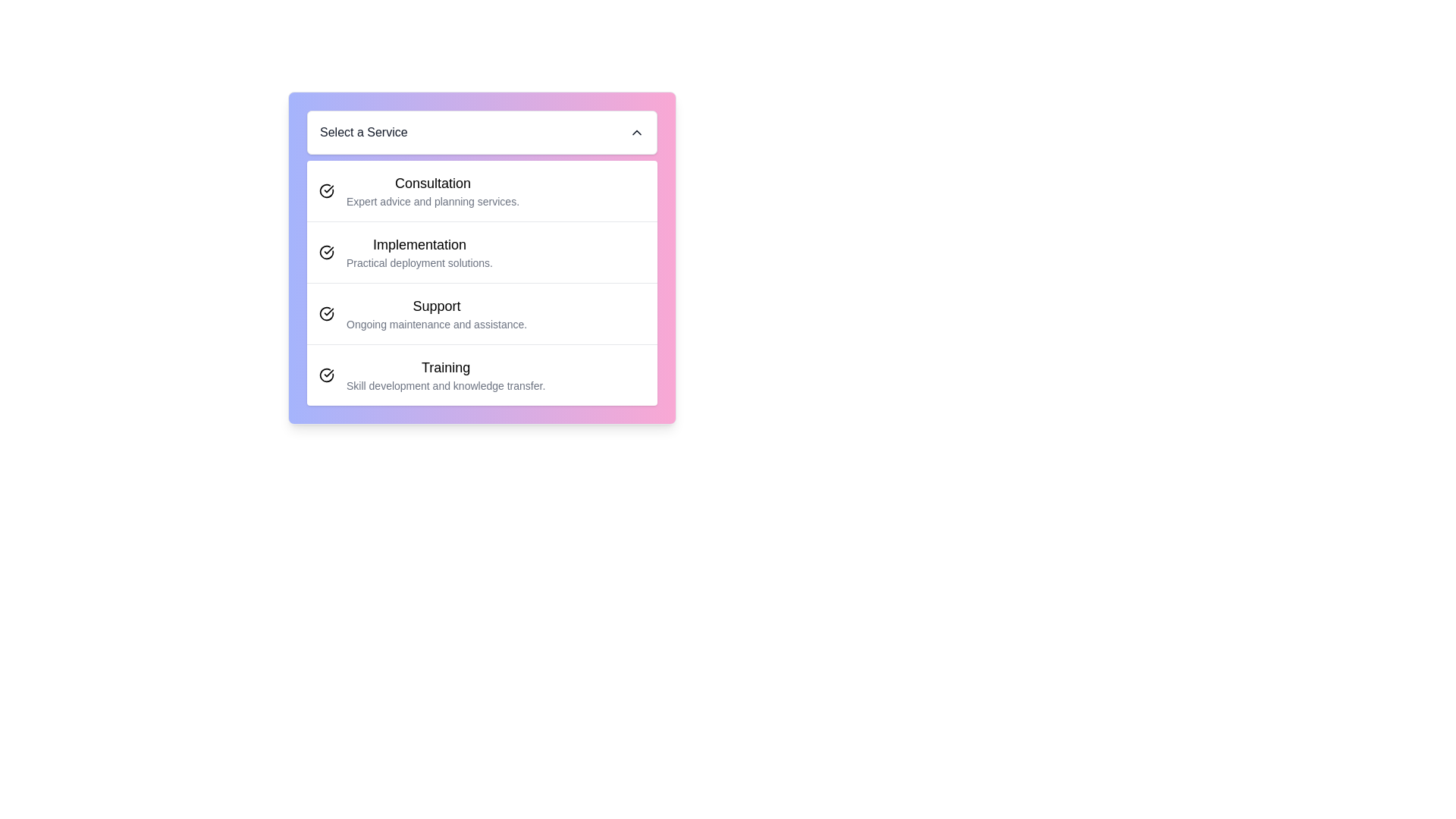  Describe the element at coordinates (326, 251) in the screenshot. I see `the selection indication by clicking on the circular black checkmark icon aligned to the left of the 'Implementation' text in the list item` at that location.